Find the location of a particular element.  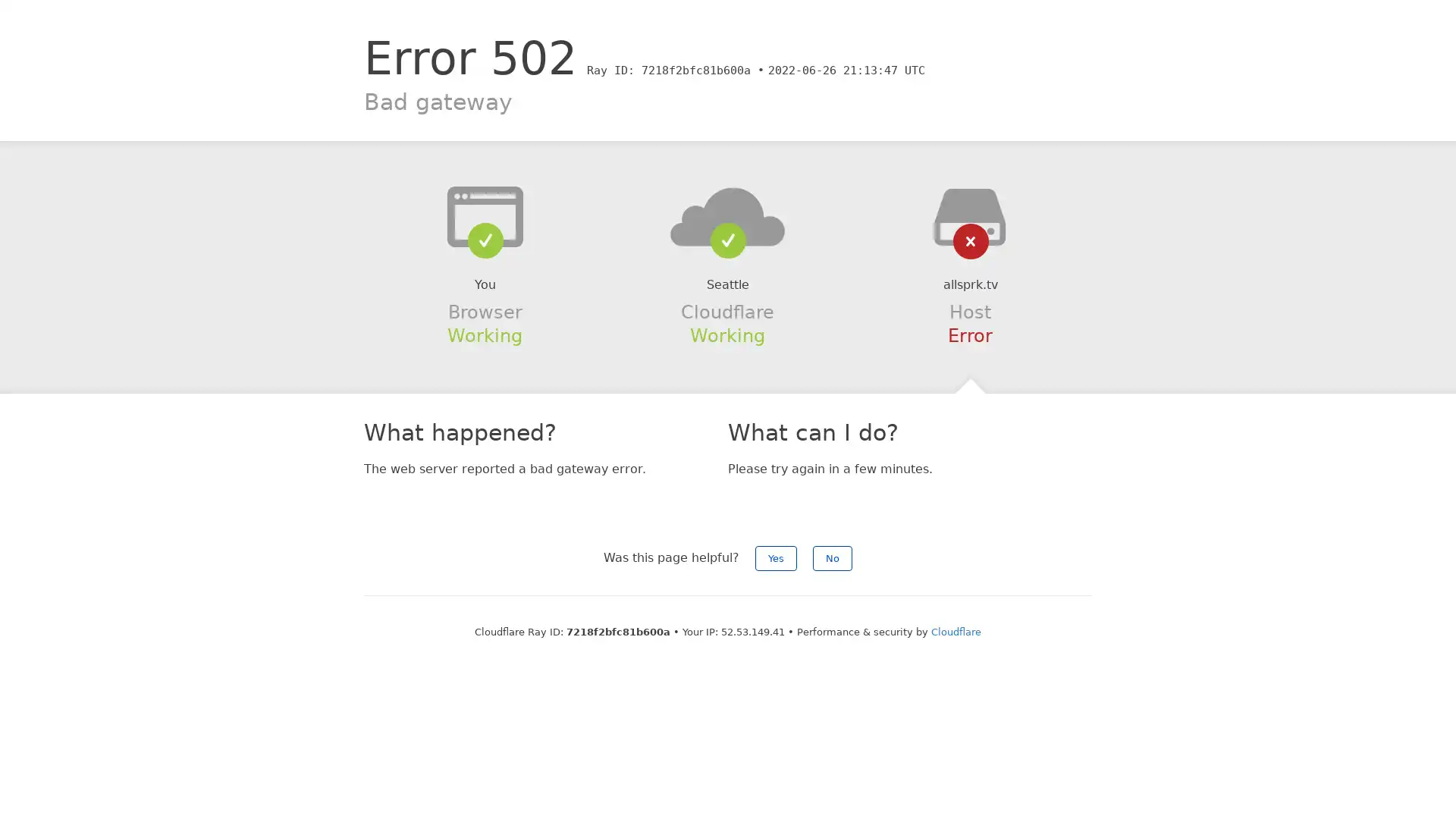

Yes is located at coordinates (776, 558).